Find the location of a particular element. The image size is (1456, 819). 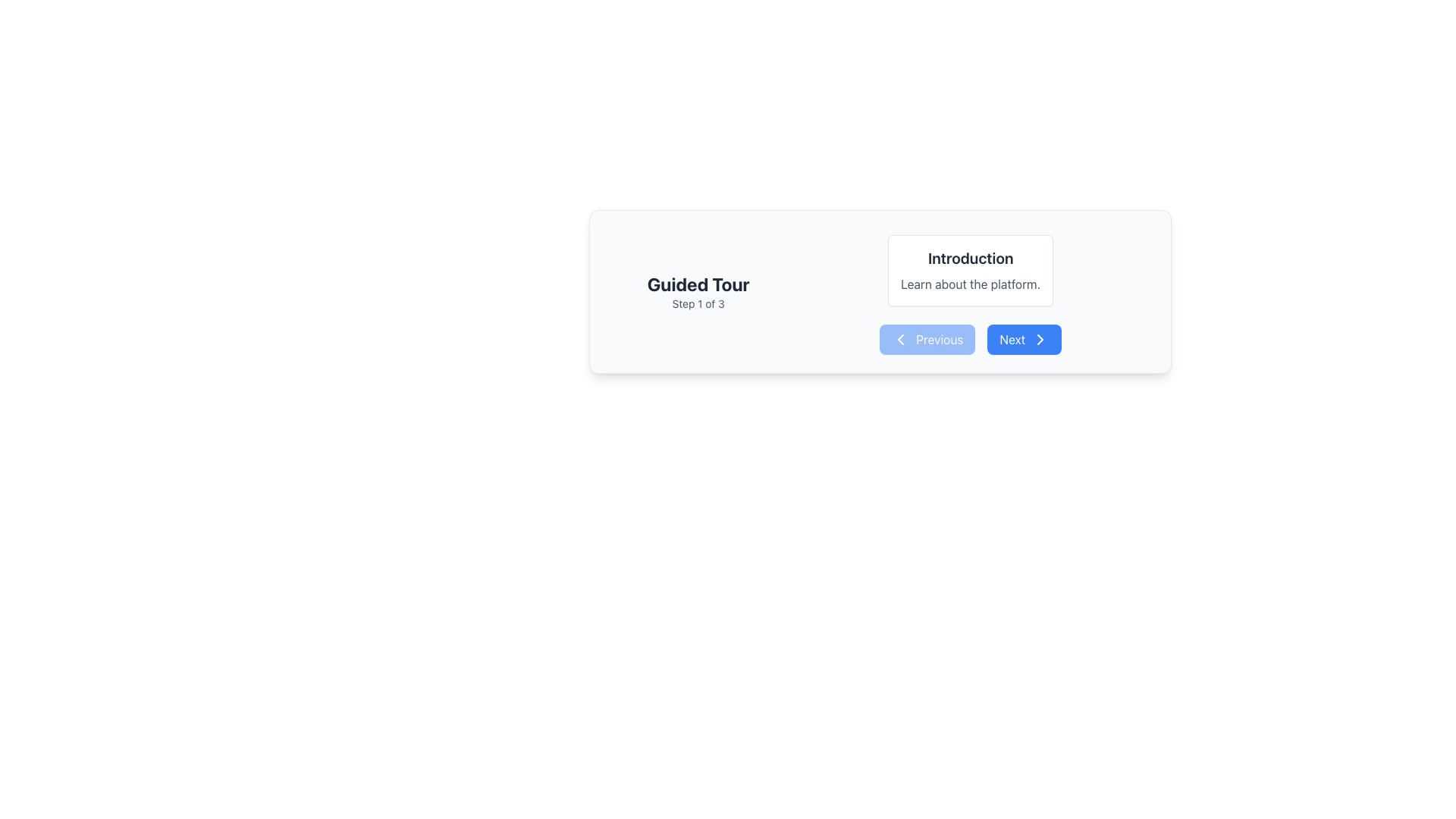

the leftmost navigation button located at the bottom of the main panel is located at coordinates (927, 338).